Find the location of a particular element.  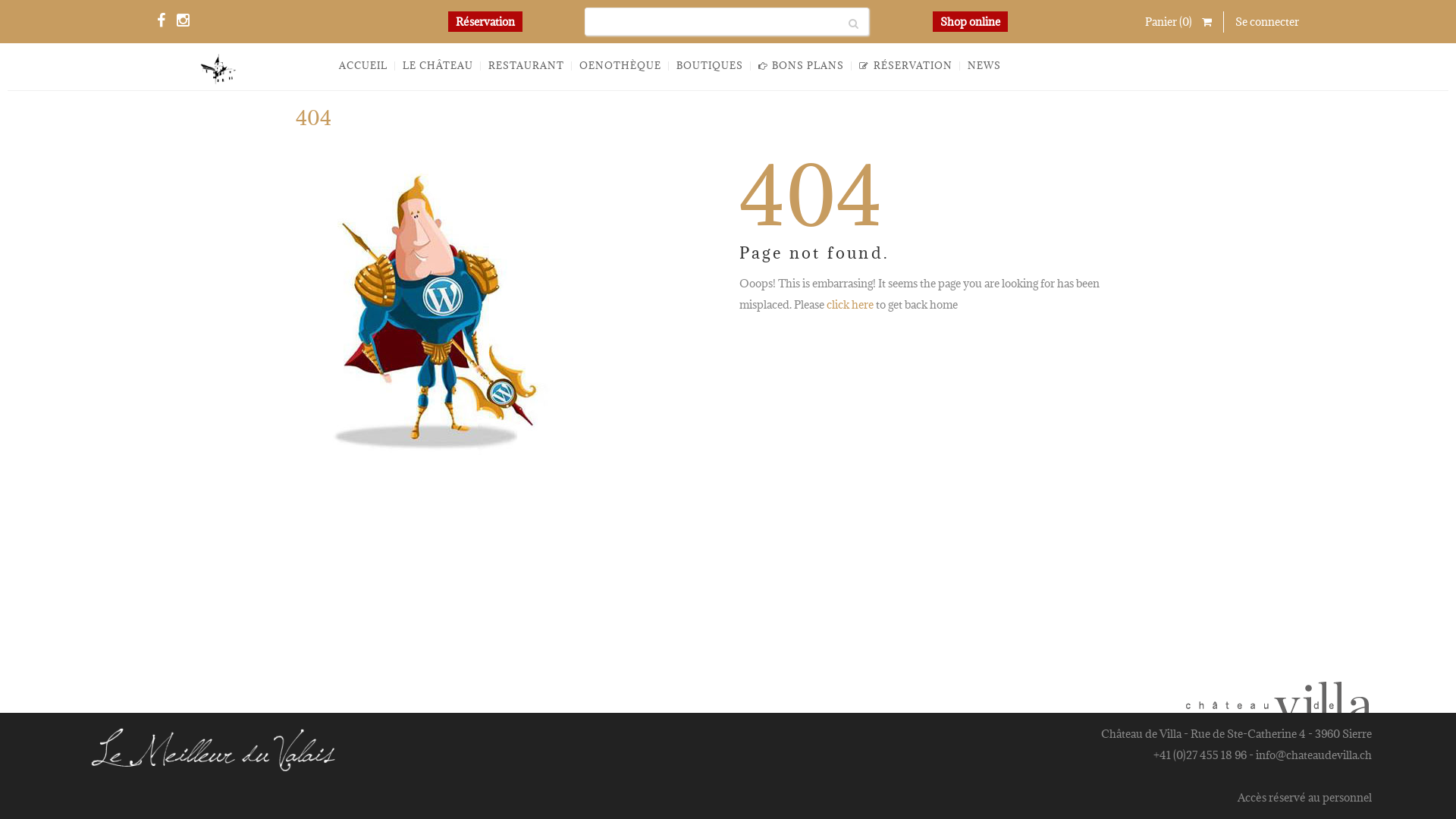

'You are here: Home' is located at coordinates (1064, 122).